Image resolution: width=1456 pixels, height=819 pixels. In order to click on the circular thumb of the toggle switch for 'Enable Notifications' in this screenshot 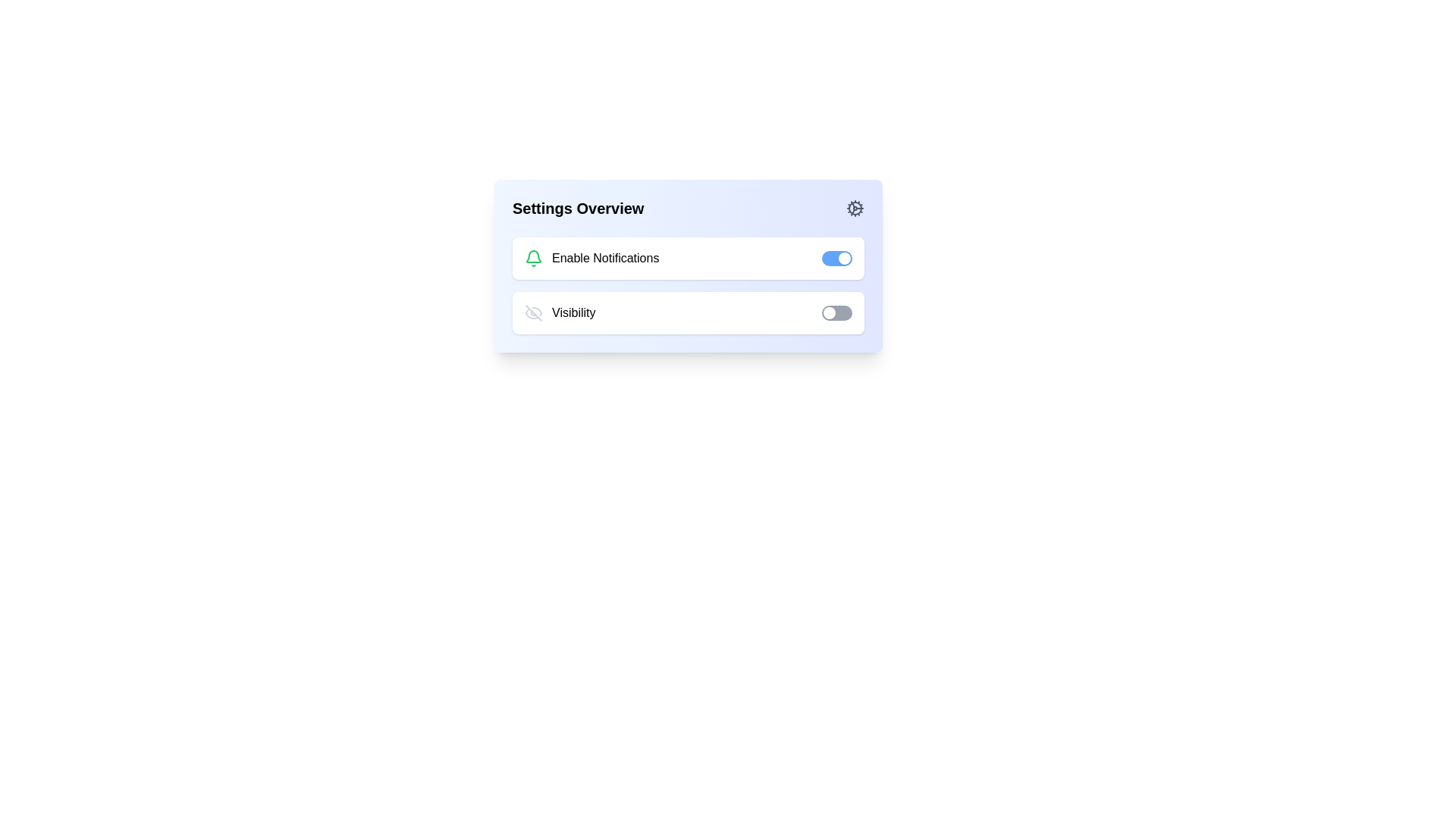, I will do `click(836, 257)`.